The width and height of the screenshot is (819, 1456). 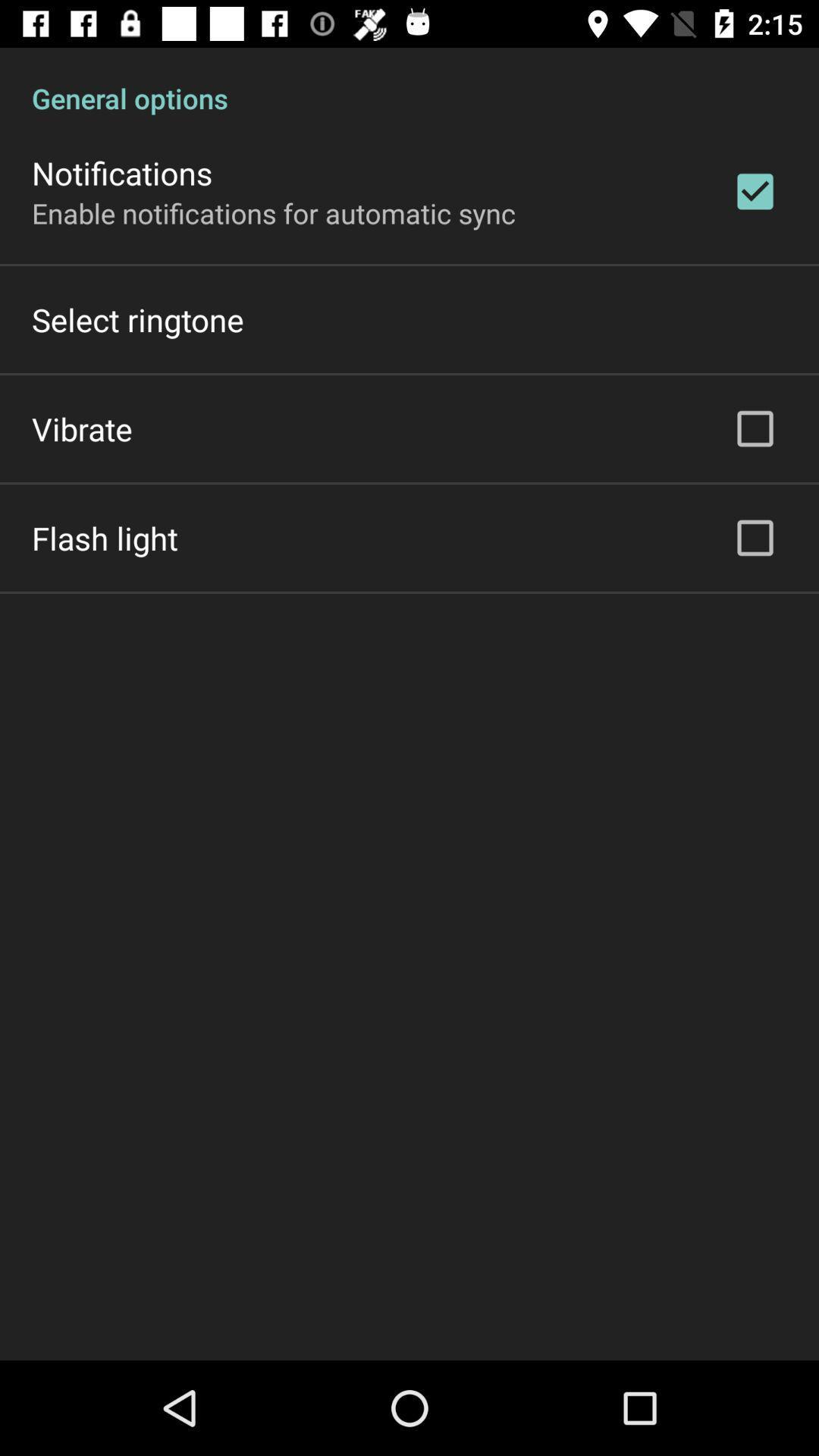 I want to click on the item below the enable notifications for icon, so click(x=137, y=318).